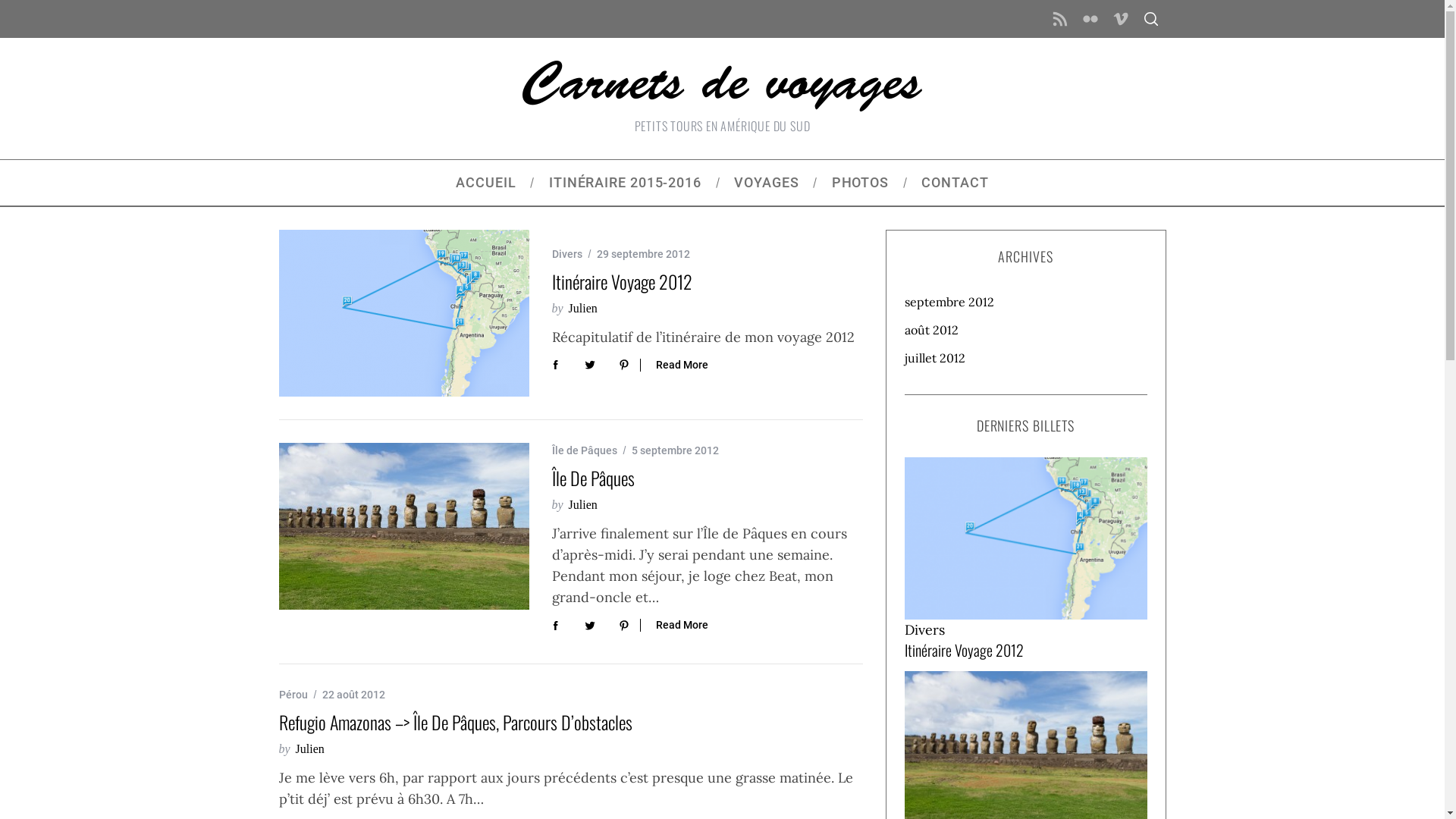  I want to click on 'juillet 2012', so click(1025, 357).